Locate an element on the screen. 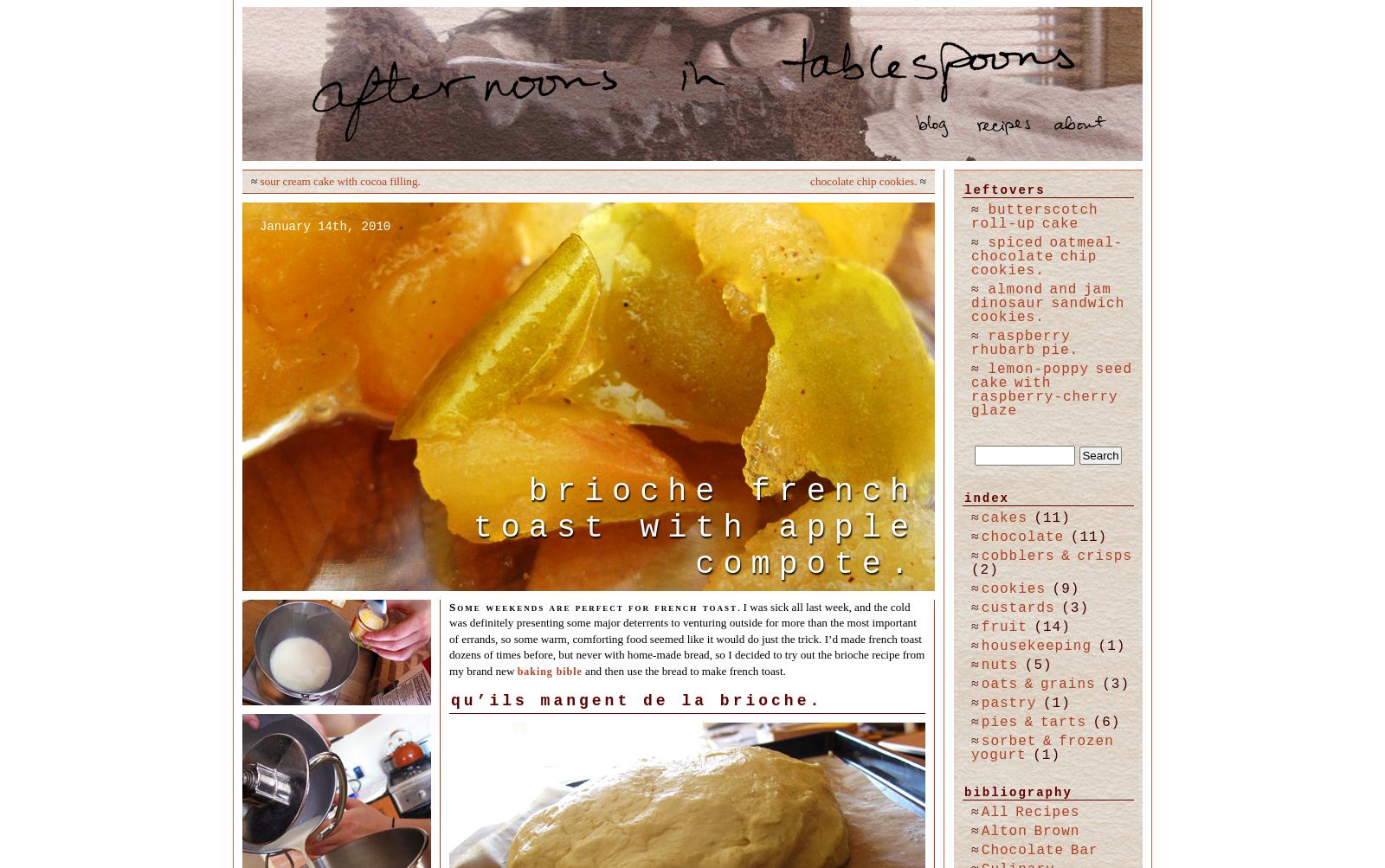 The image size is (1385, 868). 'oats & grains' is located at coordinates (1038, 683).